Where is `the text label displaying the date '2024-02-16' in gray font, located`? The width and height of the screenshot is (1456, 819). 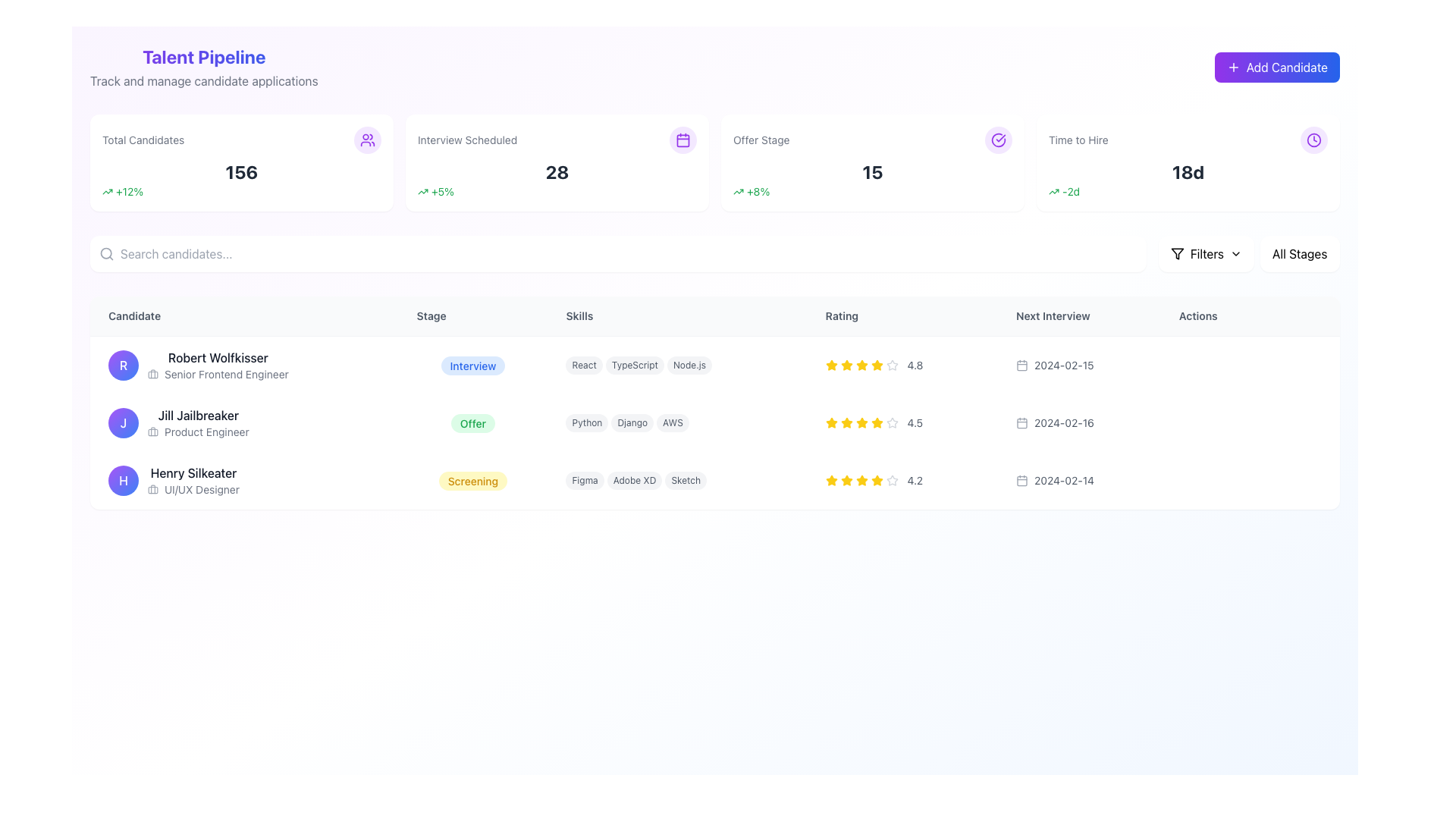
the text label displaying the date '2024-02-16' in gray font, located is located at coordinates (1063, 423).